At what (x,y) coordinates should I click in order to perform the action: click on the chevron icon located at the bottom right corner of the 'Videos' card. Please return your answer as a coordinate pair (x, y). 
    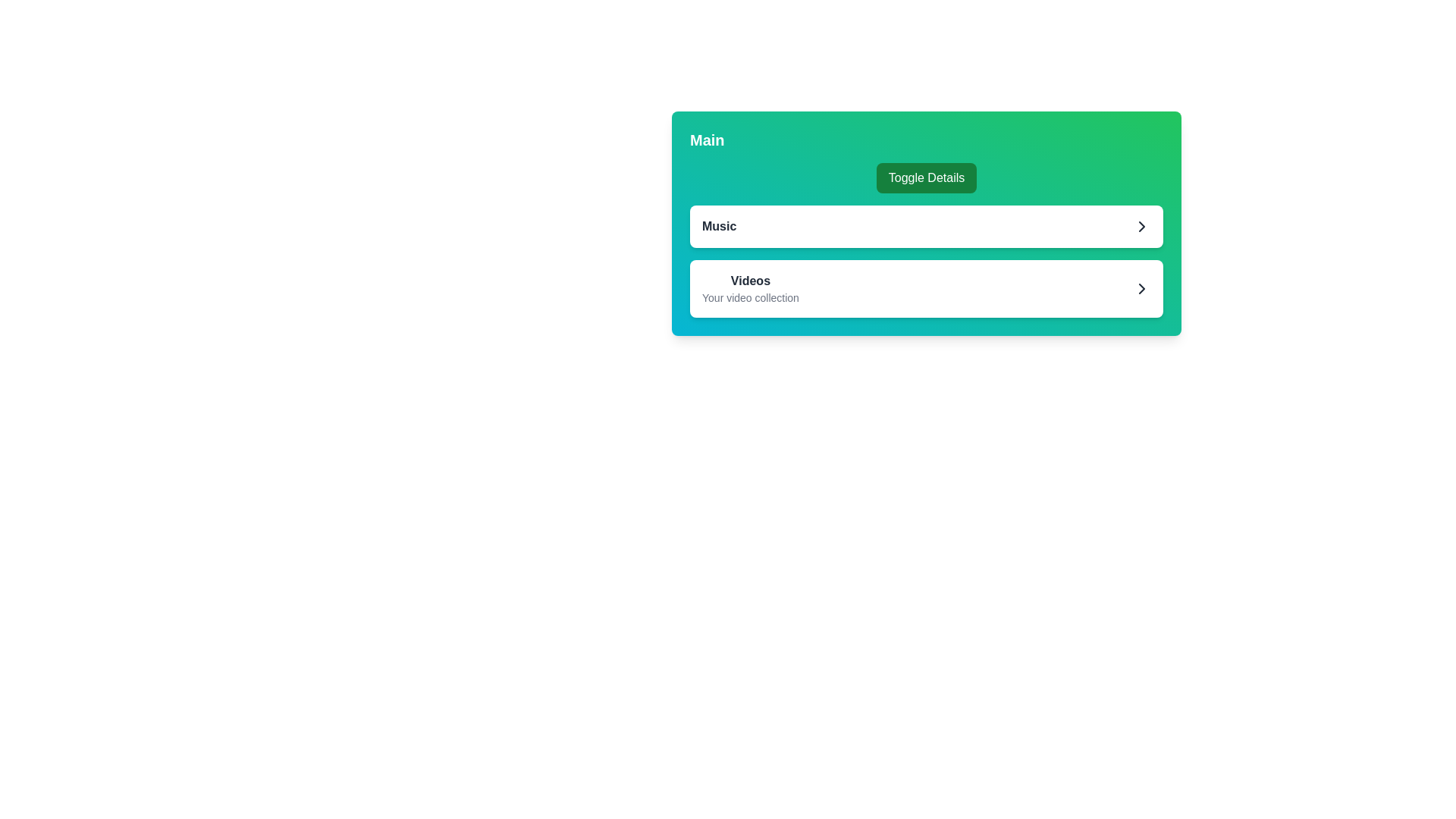
    Looking at the image, I should click on (1142, 289).